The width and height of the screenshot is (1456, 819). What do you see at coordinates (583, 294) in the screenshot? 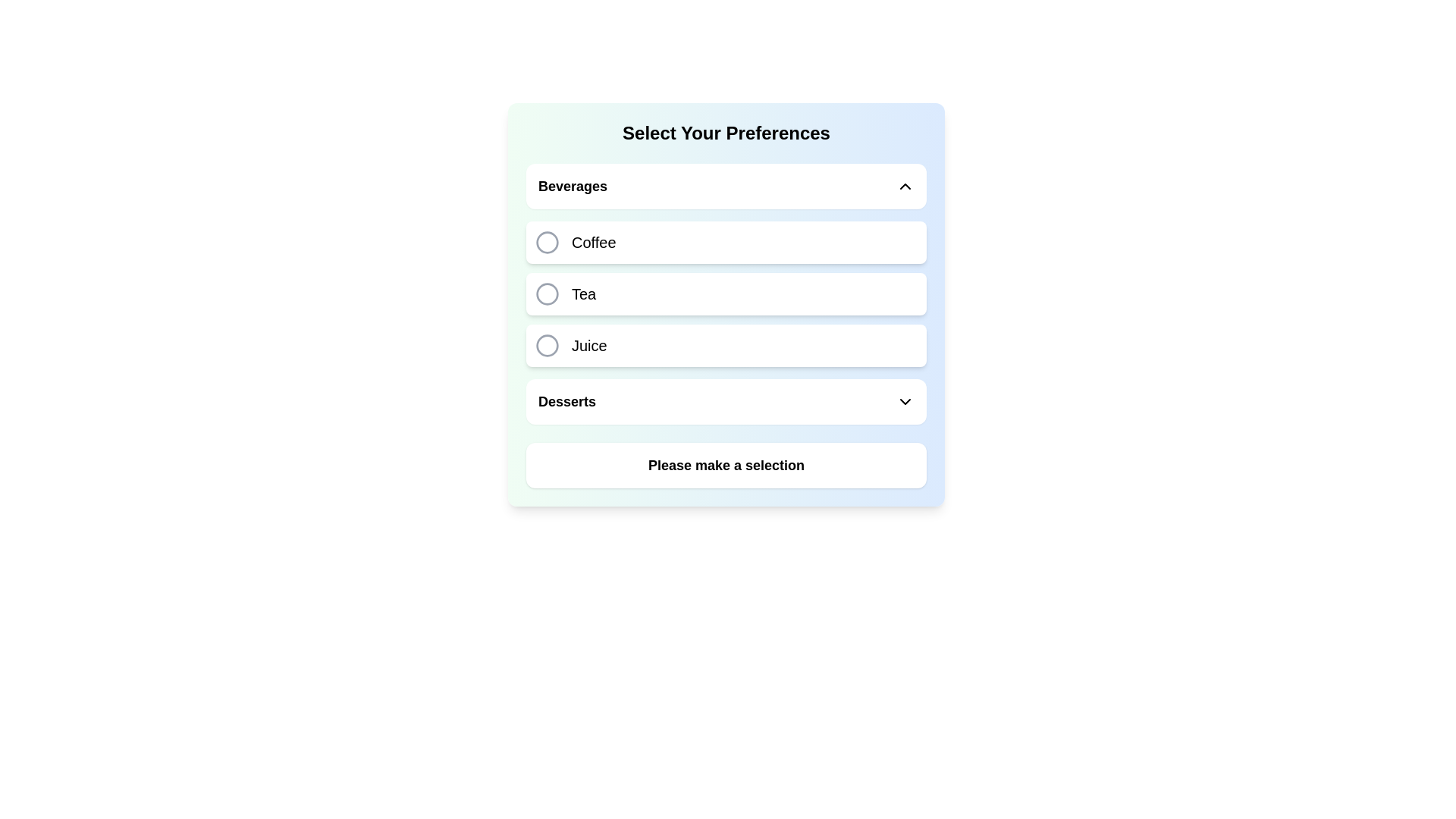
I see `the text label displaying 'Tea', which is located in the selection option row under 'Beverages', between 'Coffee' and 'Juice'` at bounding box center [583, 294].